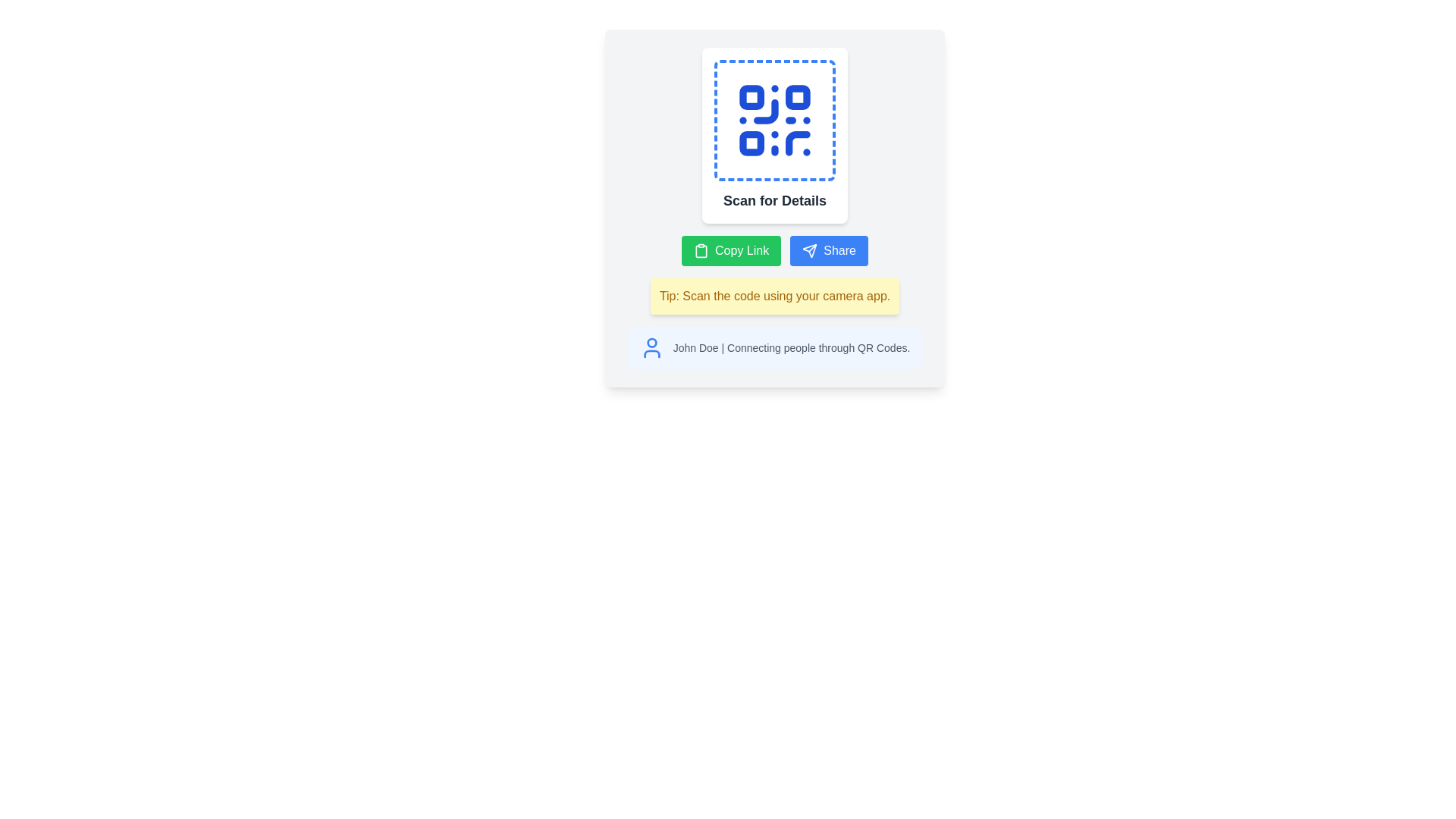 This screenshot has height=819, width=1456. I want to click on the first graphical component in the upper-left section of the QR code that contributes to its visual encoding, so click(752, 97).